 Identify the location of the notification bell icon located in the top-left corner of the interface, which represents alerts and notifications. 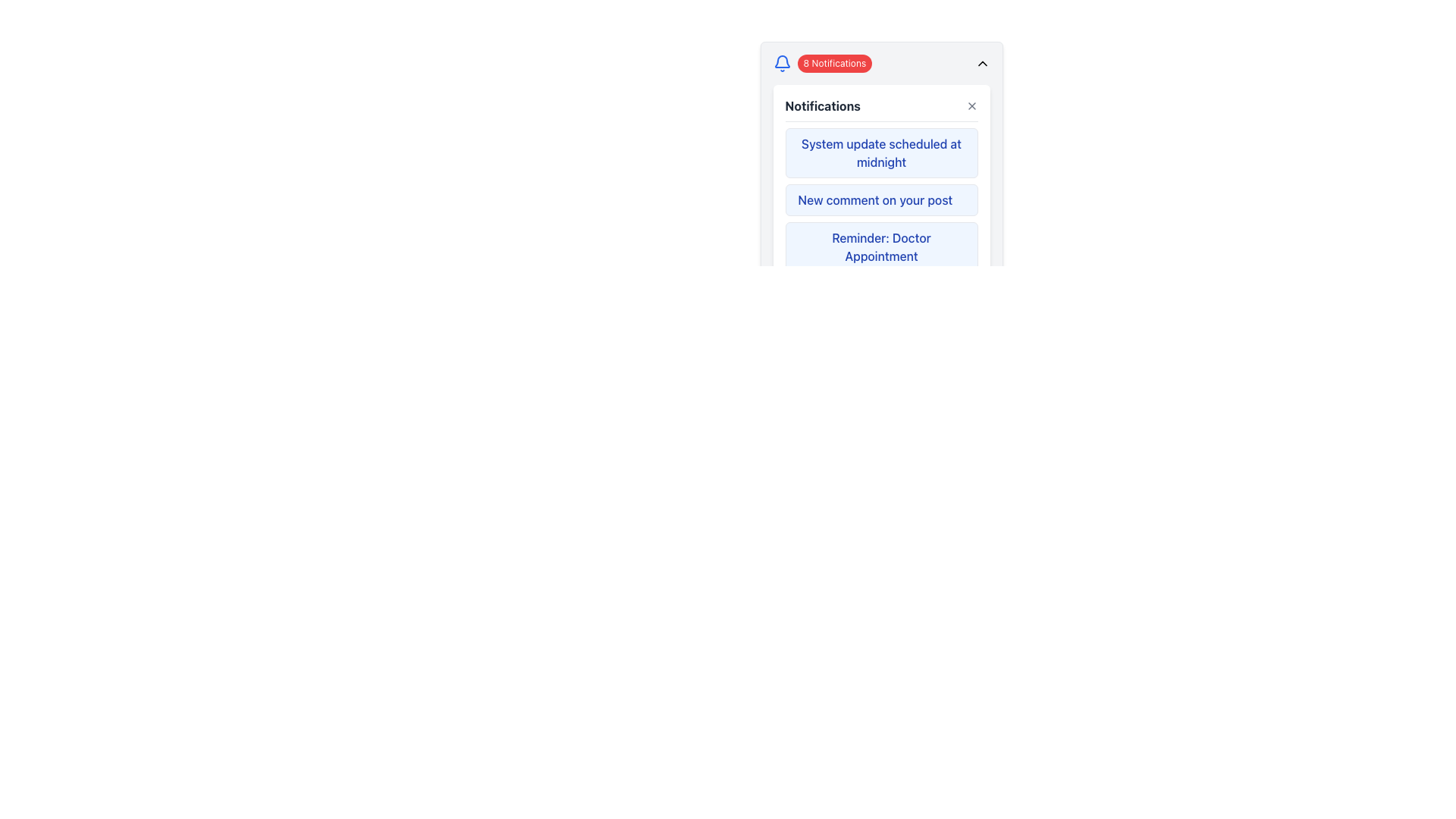
(782, 61).